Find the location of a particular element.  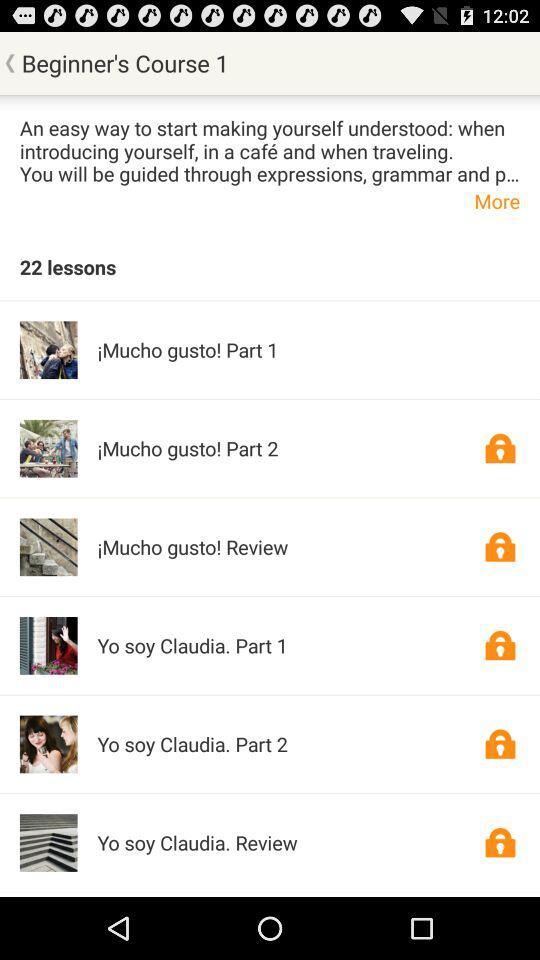

an easy way is located at coordinates (270, 149).